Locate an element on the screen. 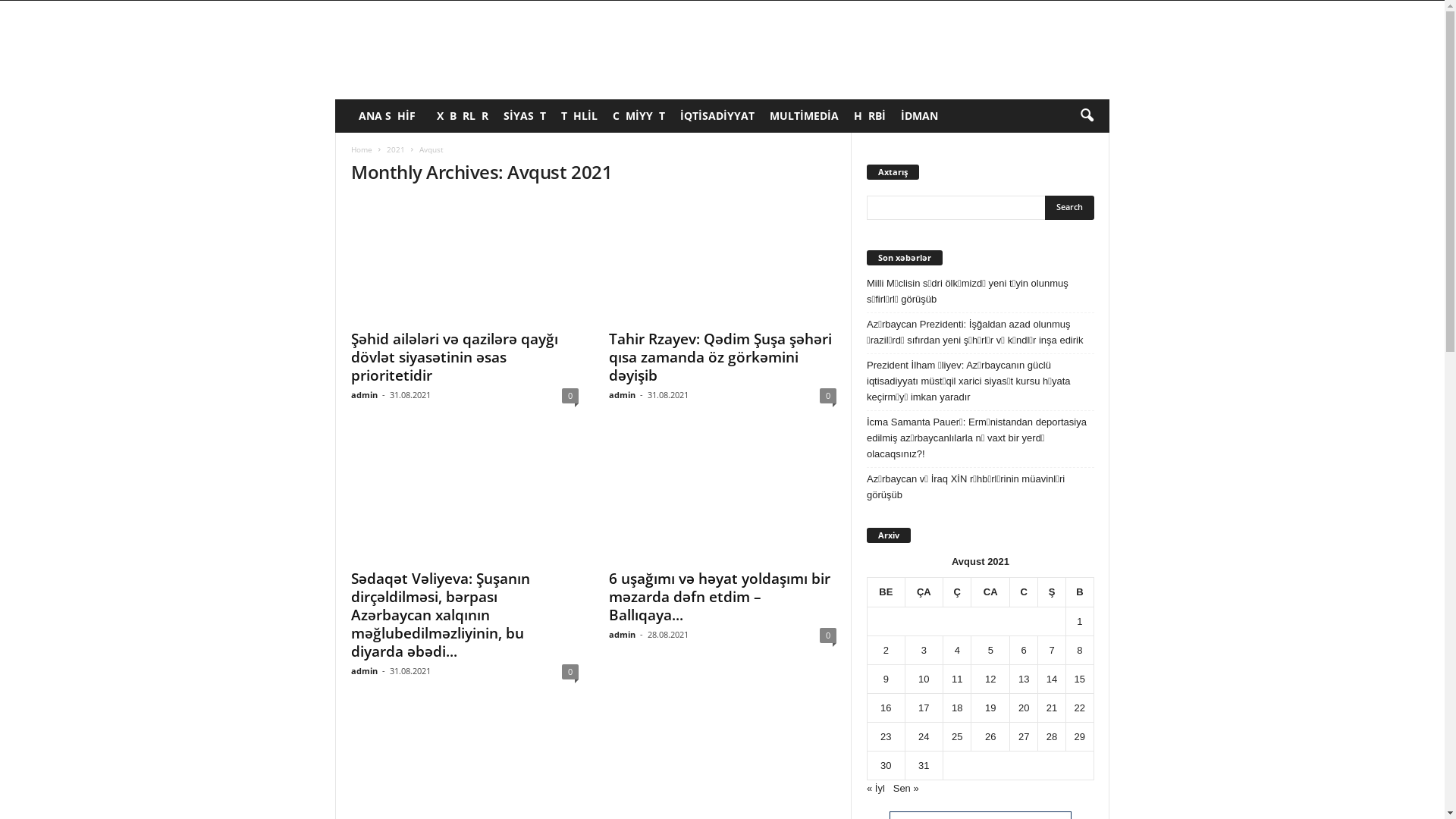 The image size is (1456, 819). '27' is located at coordinates (1023, 736).